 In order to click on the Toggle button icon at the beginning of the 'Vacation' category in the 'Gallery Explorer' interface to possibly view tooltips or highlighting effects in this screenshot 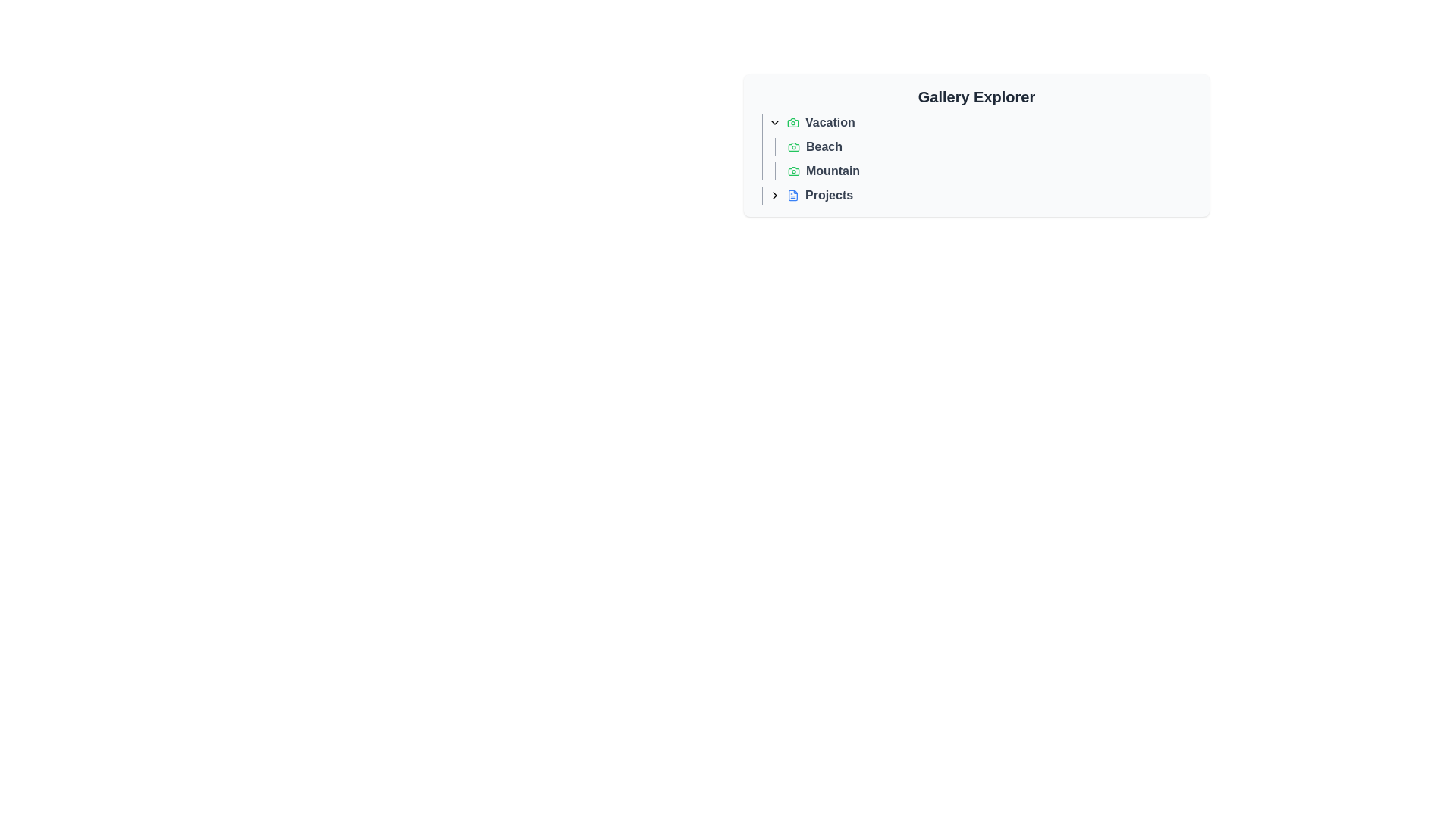, I will do `click(775, 122)`.